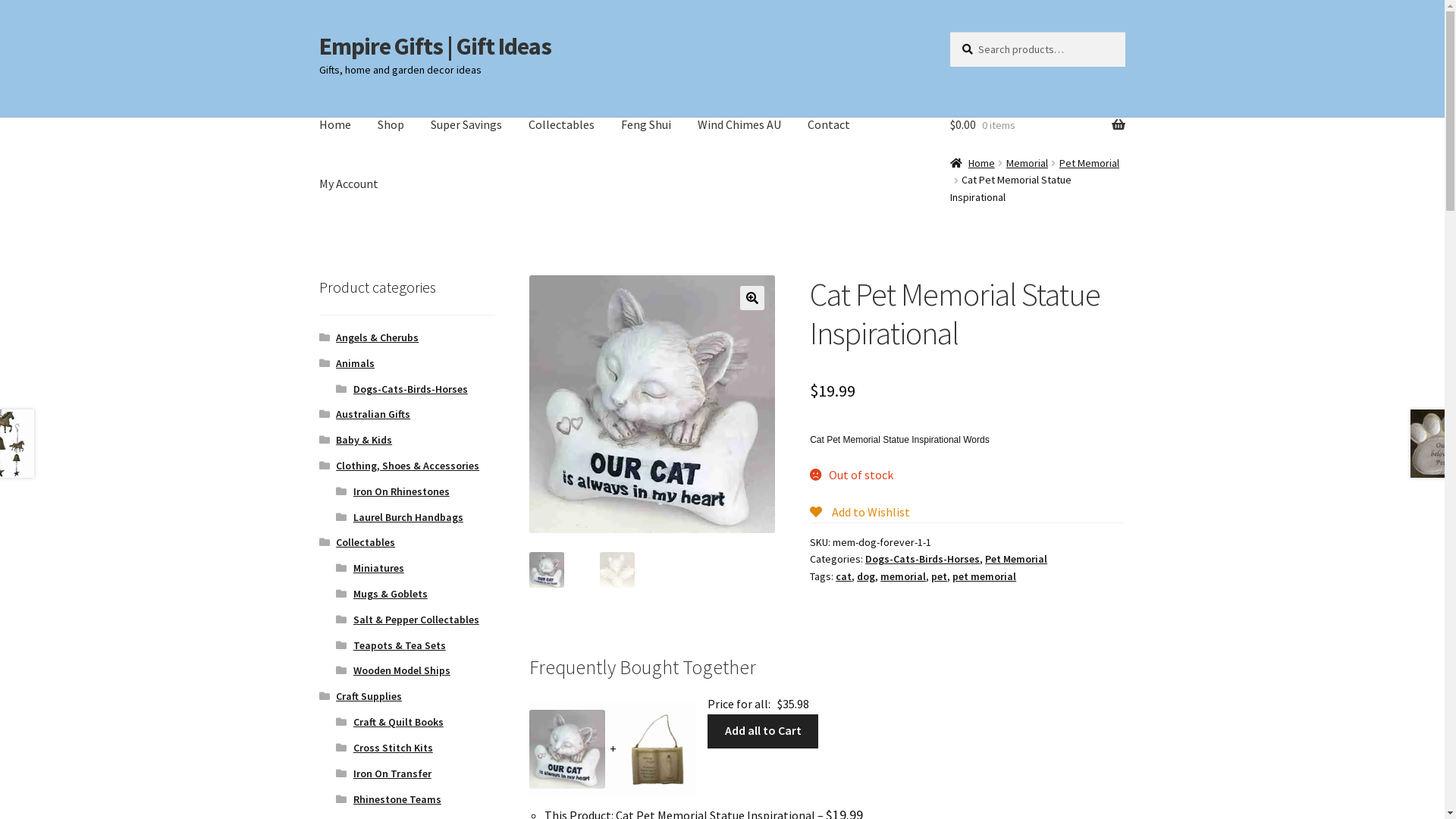 This screenshot has height=819, width=1456. I want to click on 'cat', so click(843, 576).